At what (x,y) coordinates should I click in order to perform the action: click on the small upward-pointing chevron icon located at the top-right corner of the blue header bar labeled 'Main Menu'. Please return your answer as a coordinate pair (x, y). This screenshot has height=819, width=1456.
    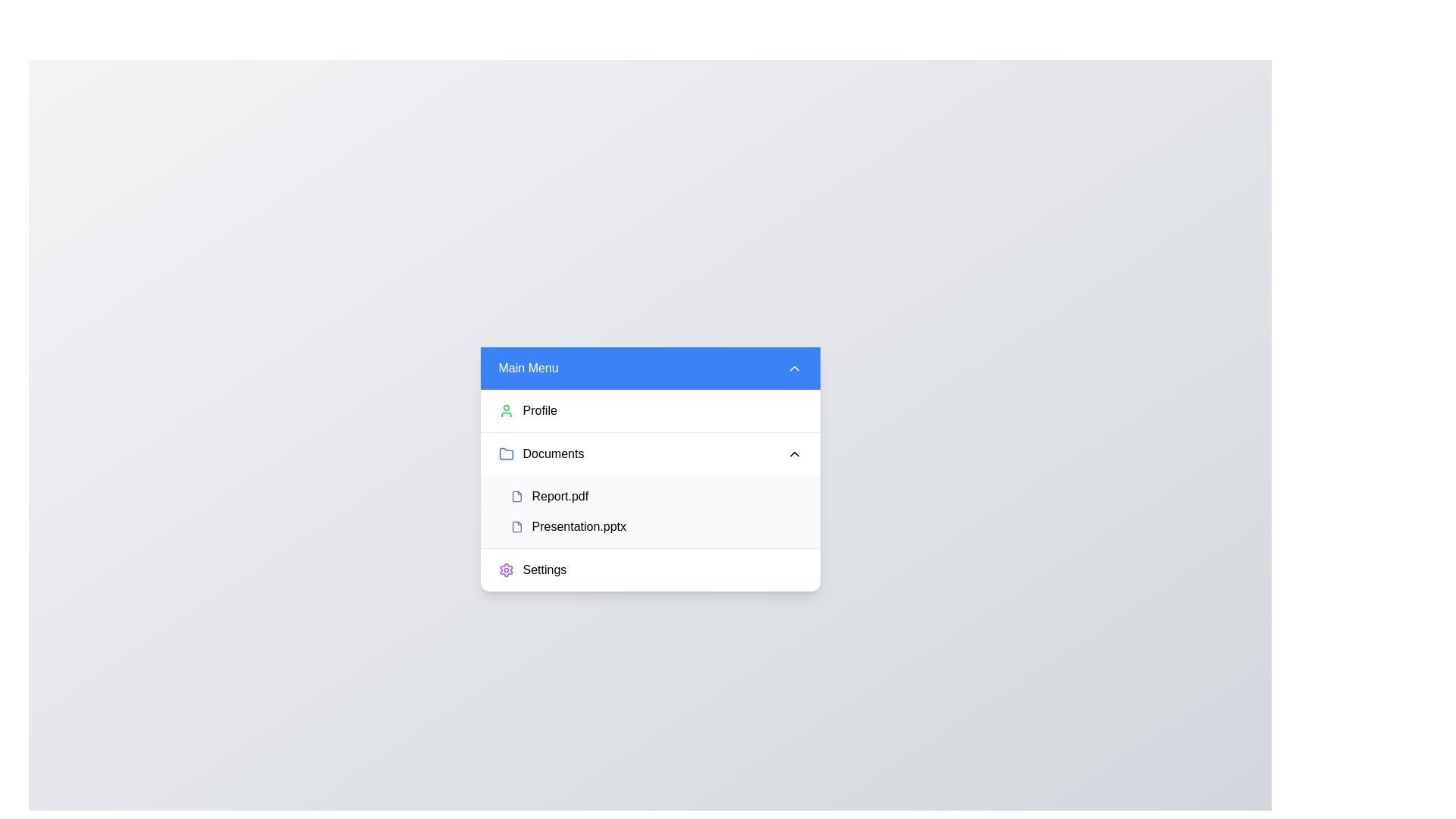
    Looking at the image, I should click on (793, 369).